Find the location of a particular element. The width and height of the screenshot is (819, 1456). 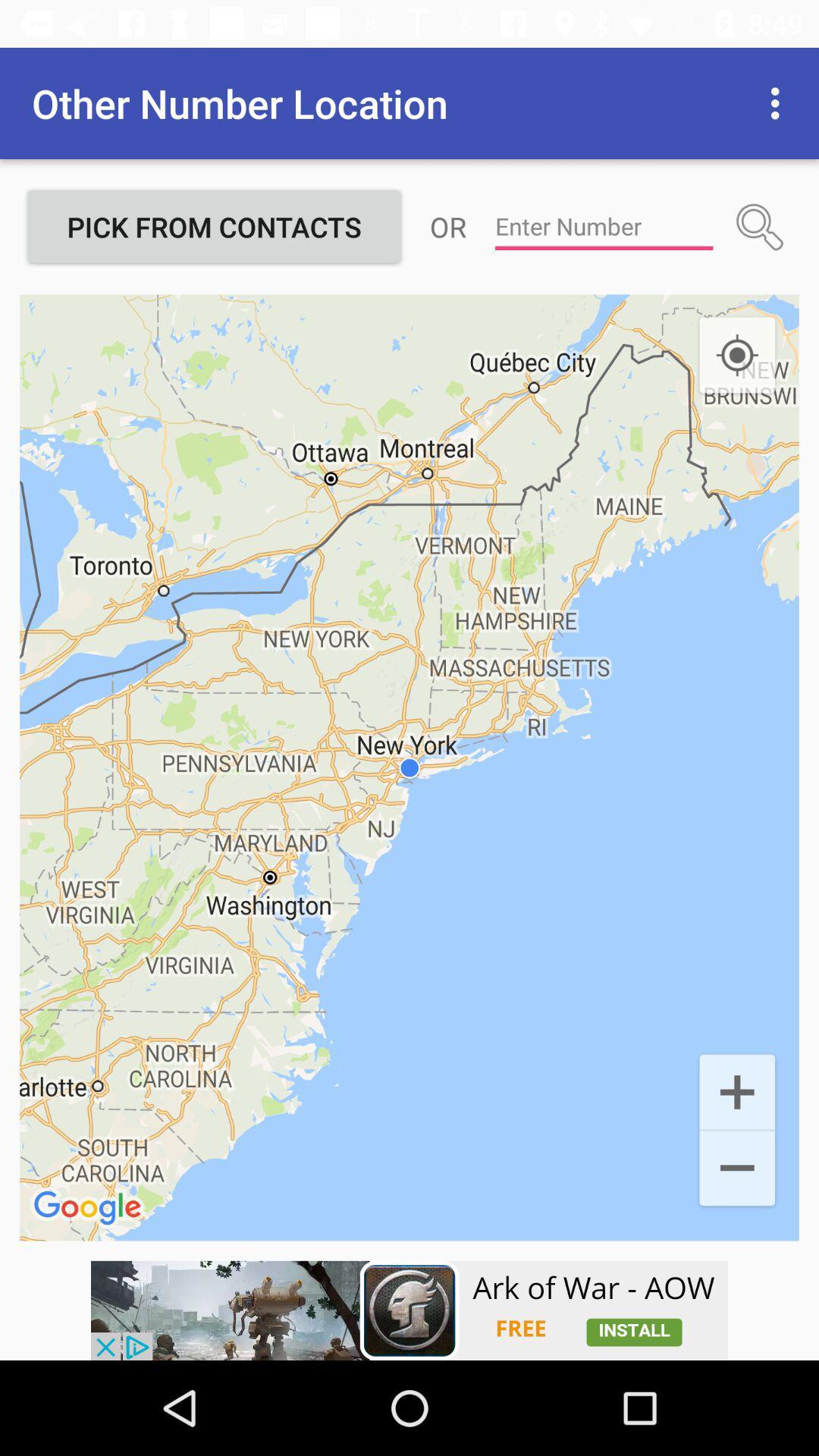

advertisement is located at coordinates (409, 1310).